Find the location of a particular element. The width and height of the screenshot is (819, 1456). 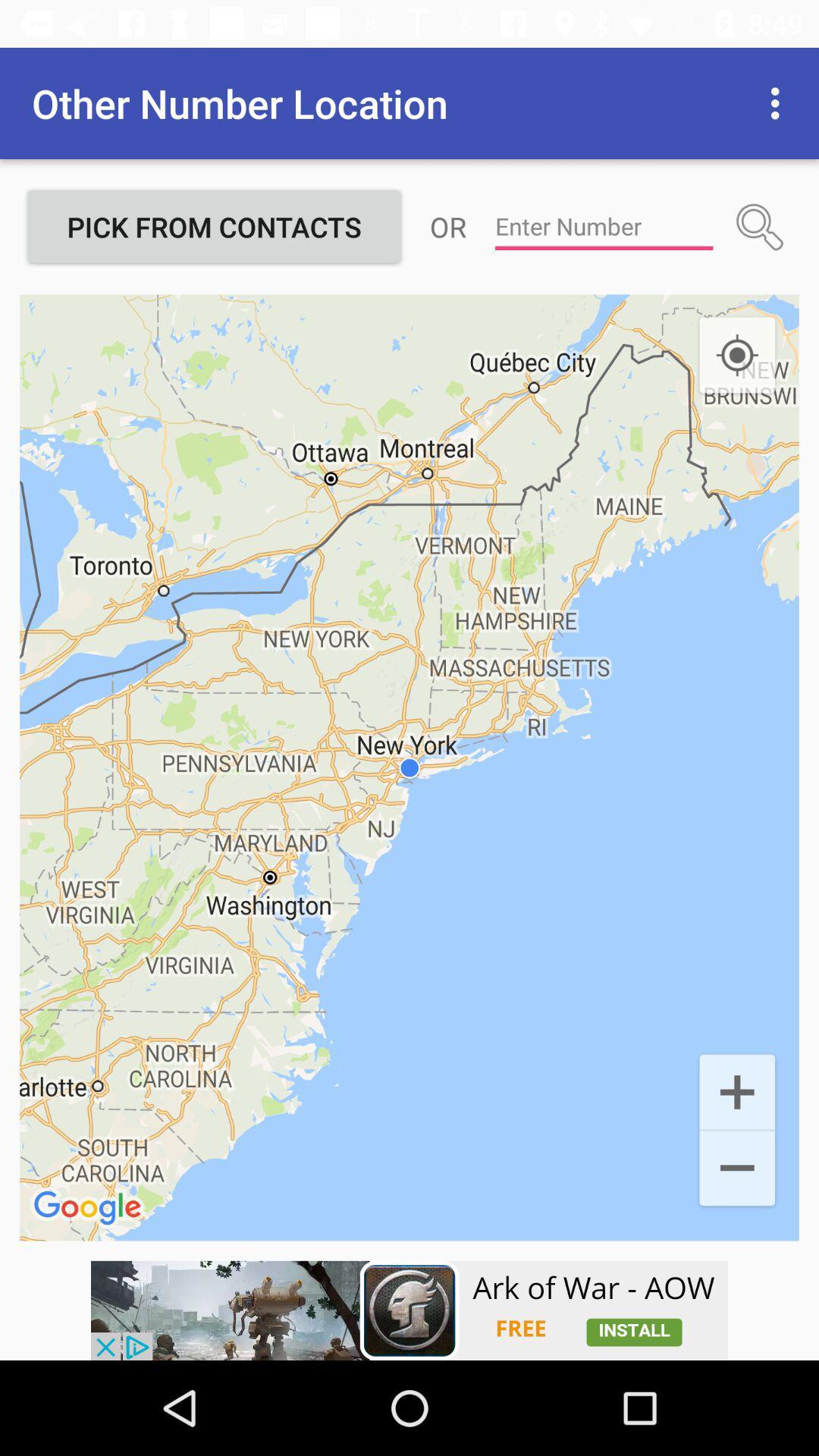

advertisement is located at coordinates (409, 1310).